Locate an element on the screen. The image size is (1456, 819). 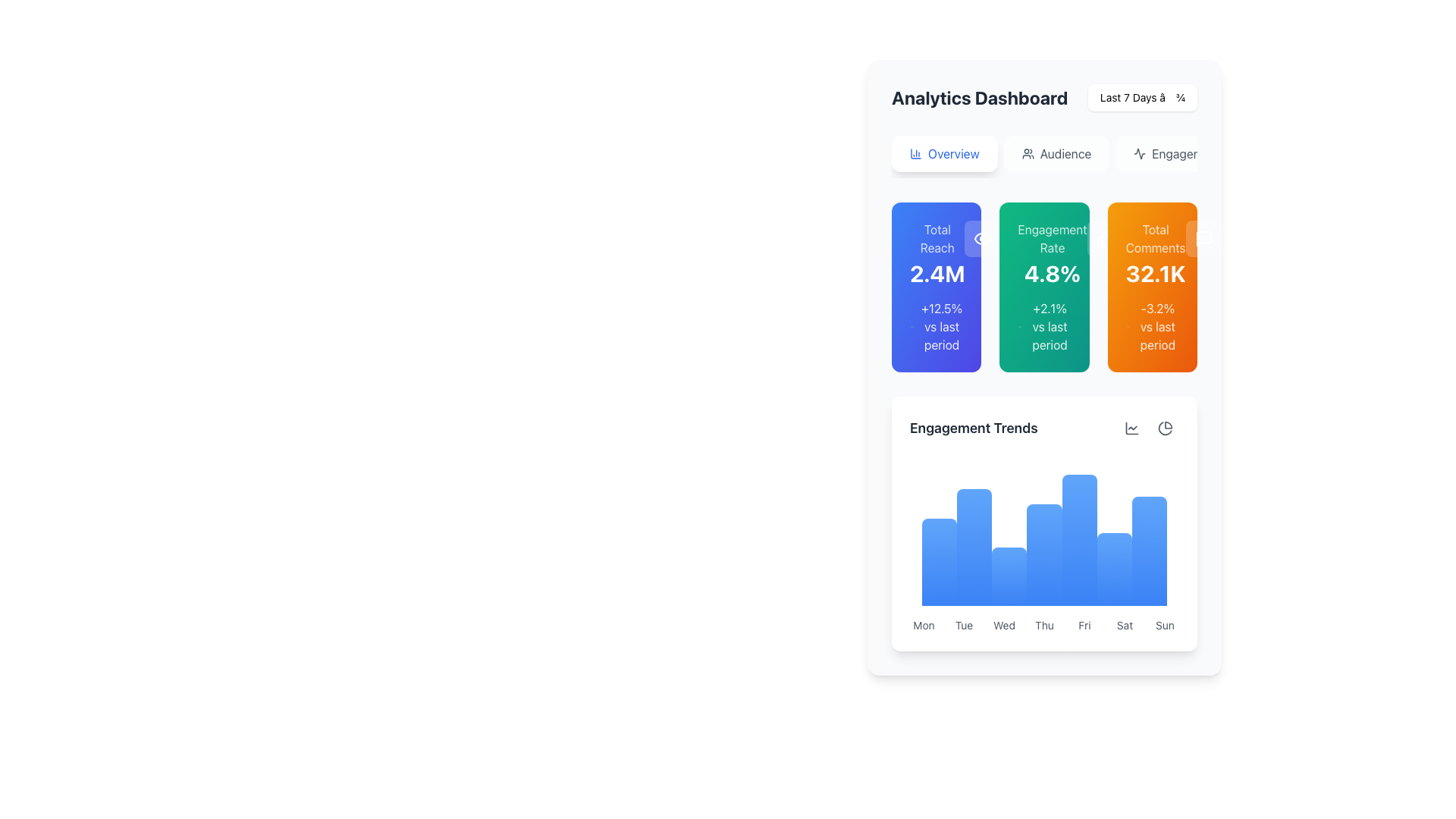
the third navigation button under 'Analytics Dashboard' is located at coordinates (1176, 154).